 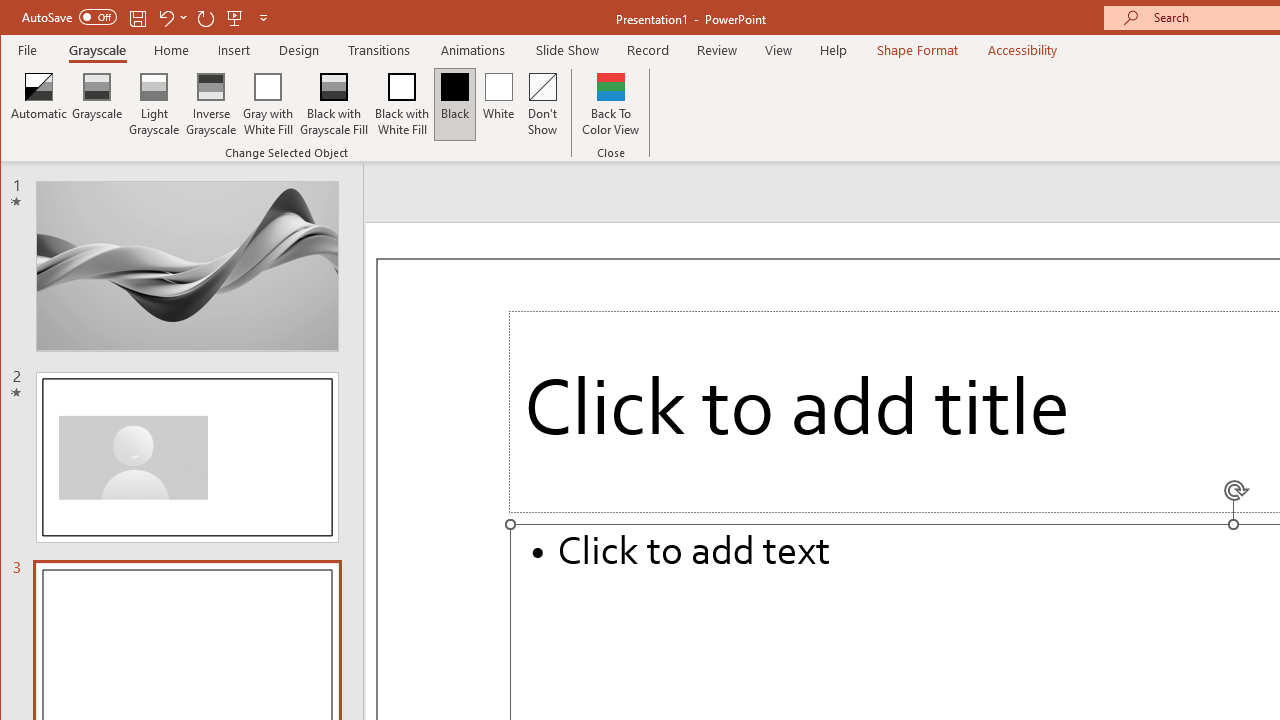 What do you see at coordinates (543, 104) in the screenshot?
I see `'Don'` at bounding box center [543, 104].